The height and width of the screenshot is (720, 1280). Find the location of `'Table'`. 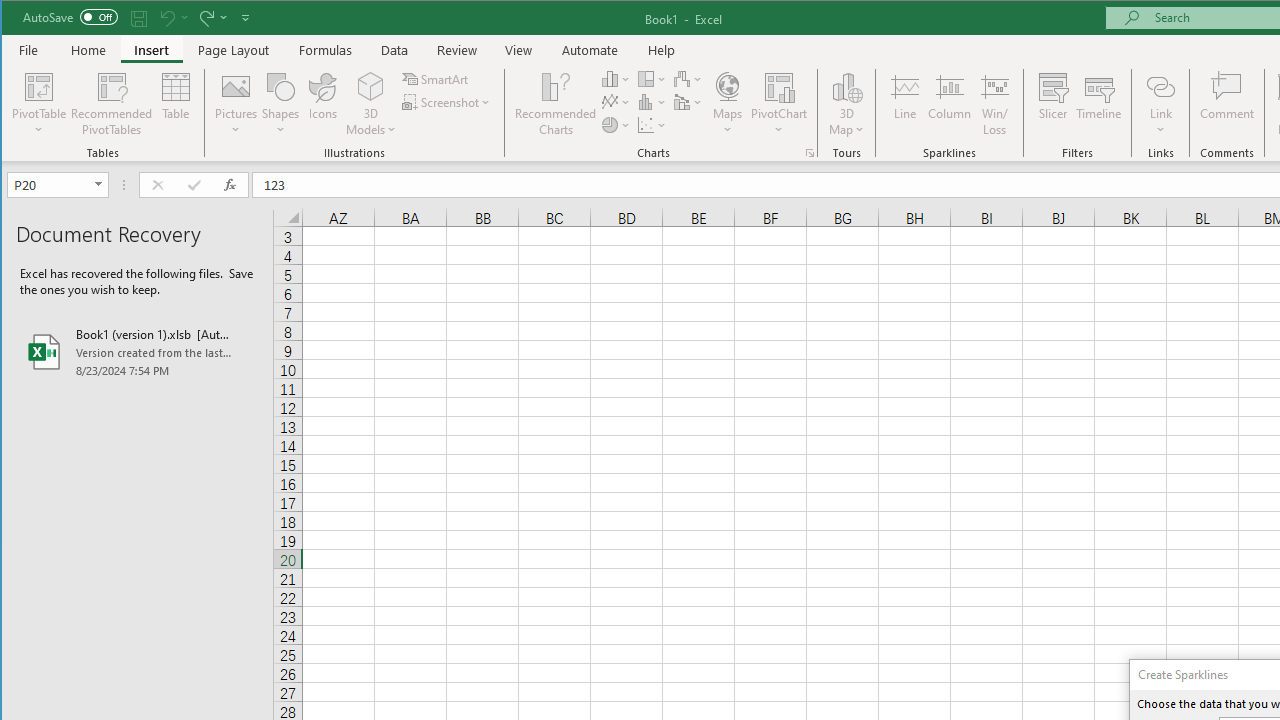

'Table' is located at coordinates (176, 104).